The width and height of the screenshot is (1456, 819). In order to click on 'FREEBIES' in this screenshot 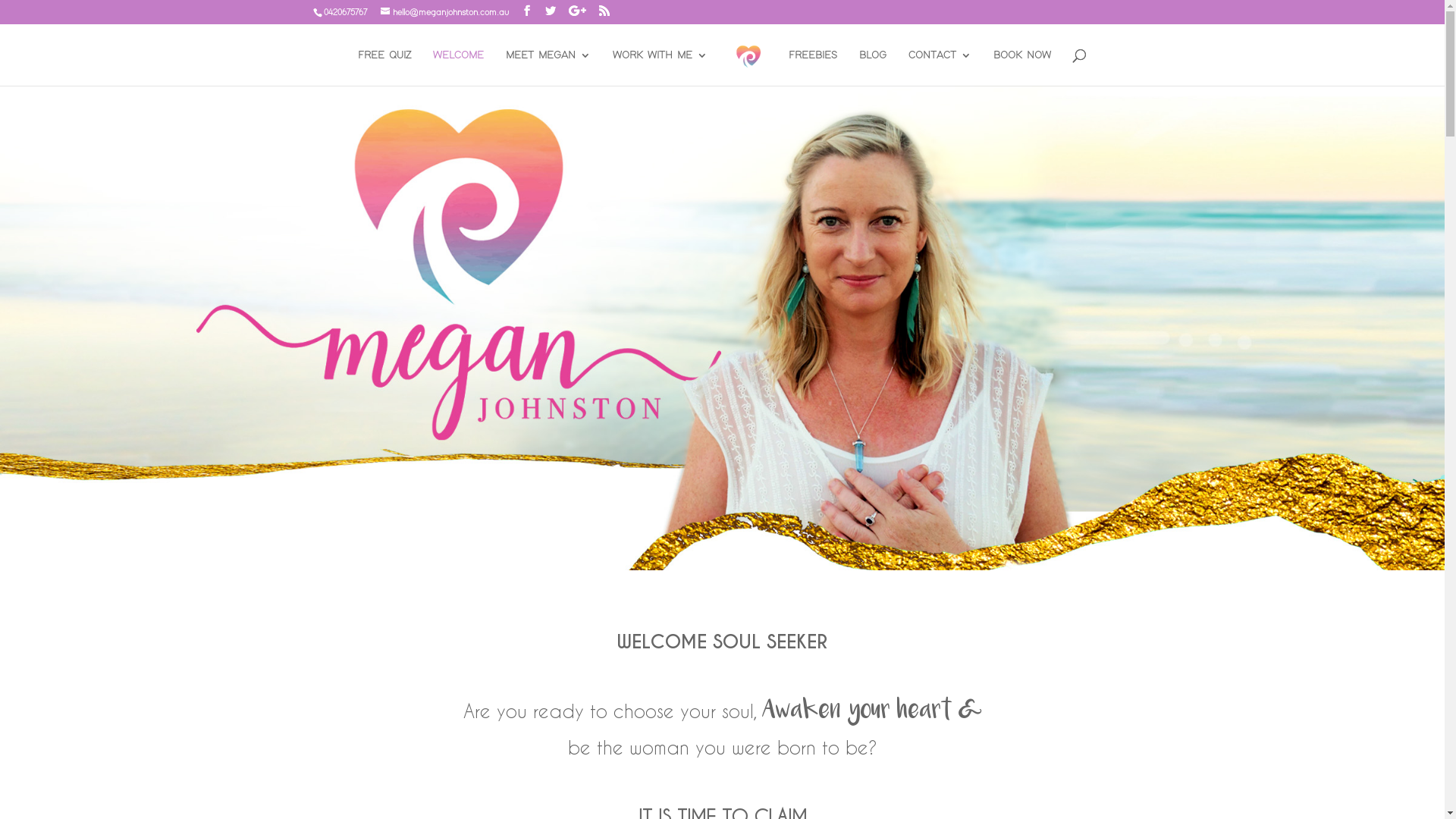, I will do `click(811, 67)`.